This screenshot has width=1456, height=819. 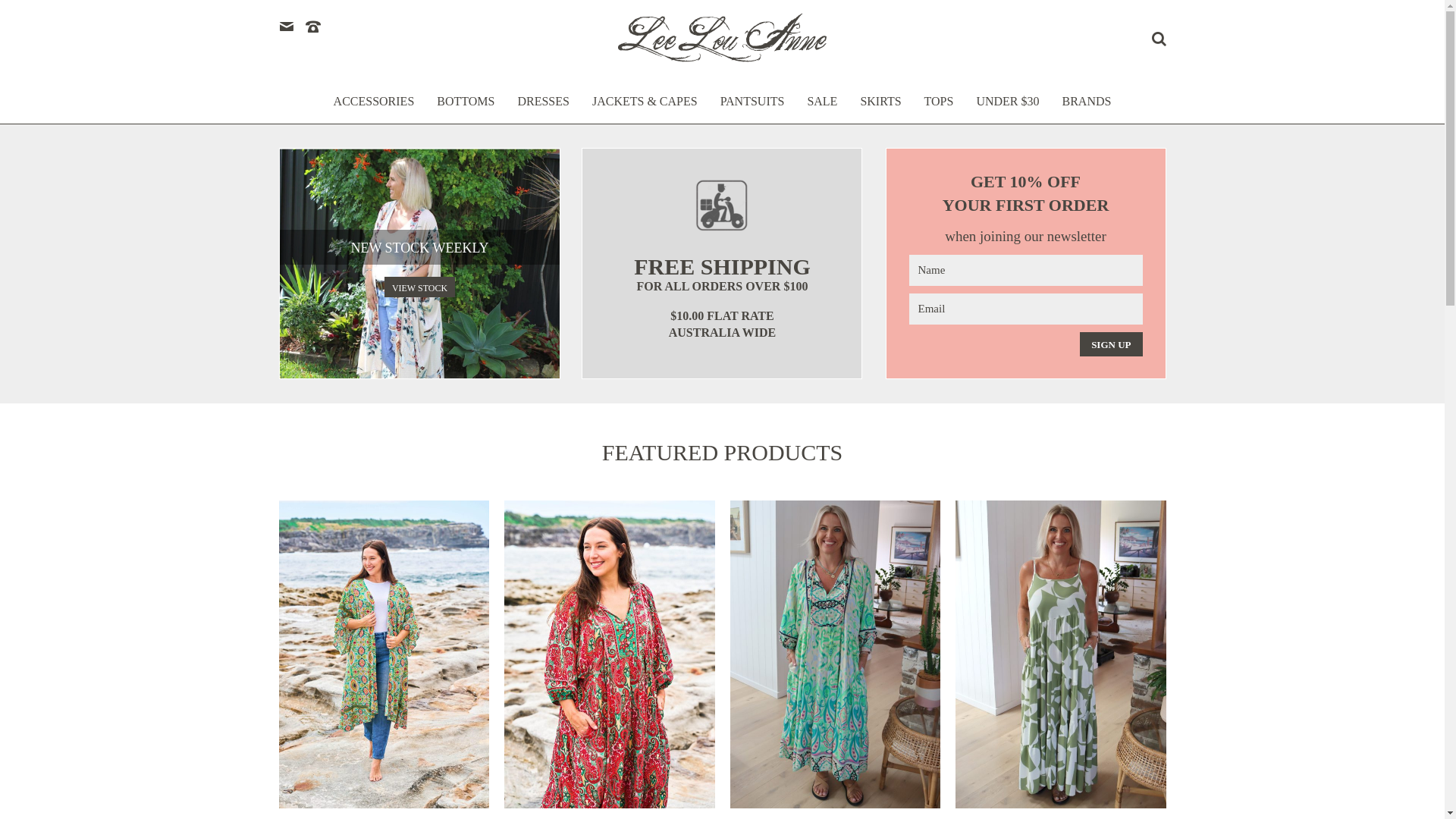 I want to click on 'DRESSES', so click(x=542, y=108).